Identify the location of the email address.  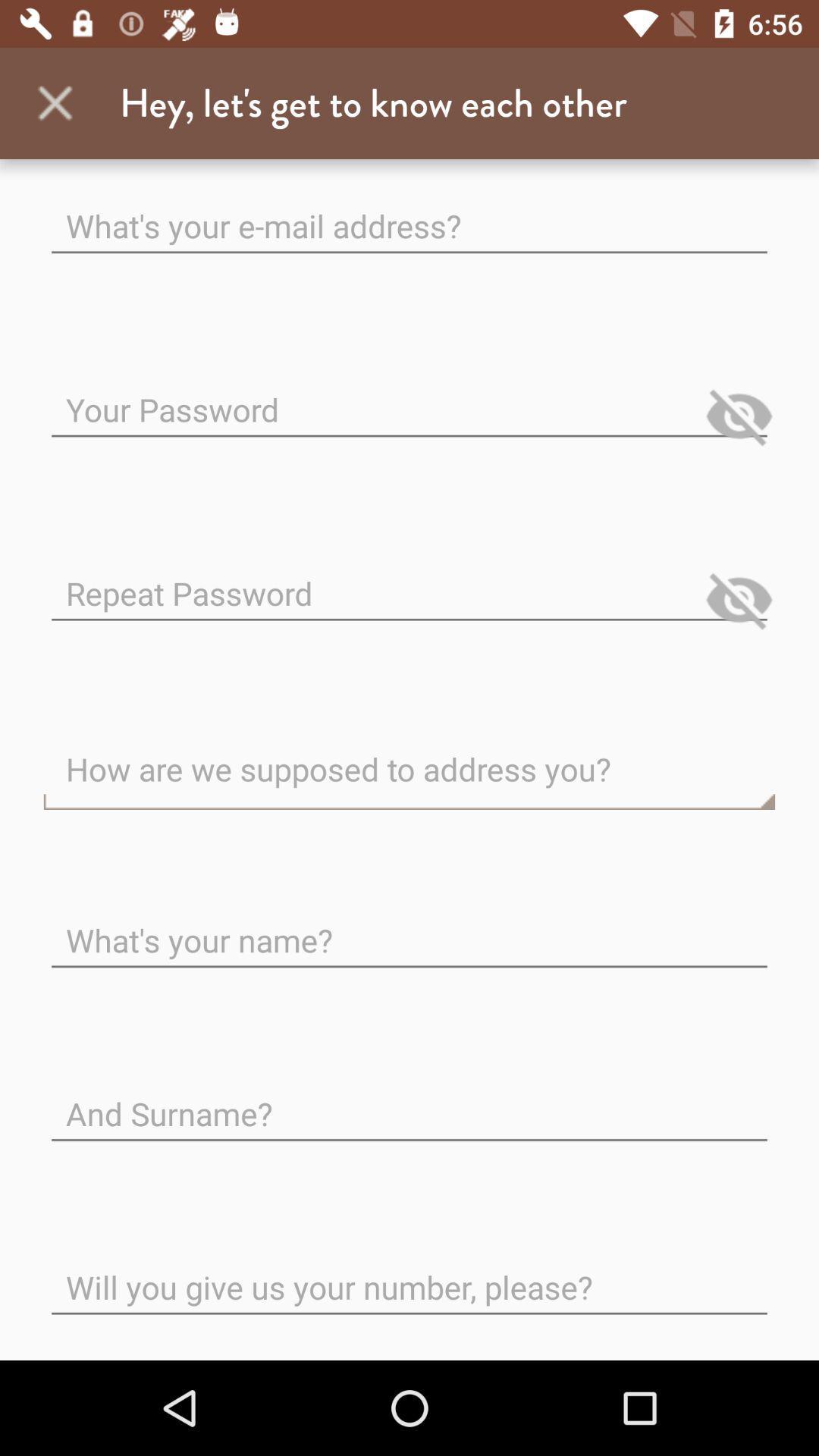
(409, 213).